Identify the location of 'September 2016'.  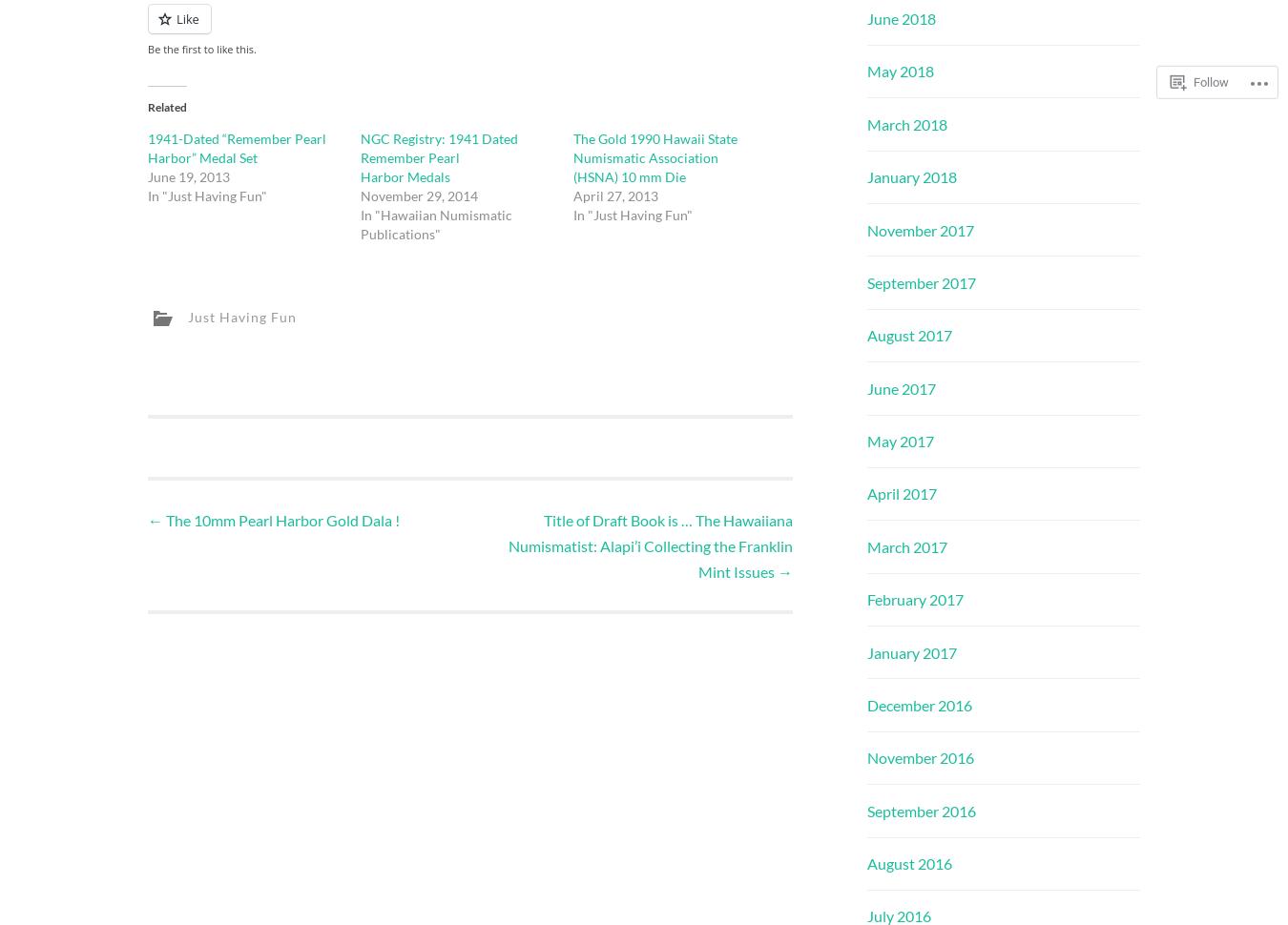
(921, 809).